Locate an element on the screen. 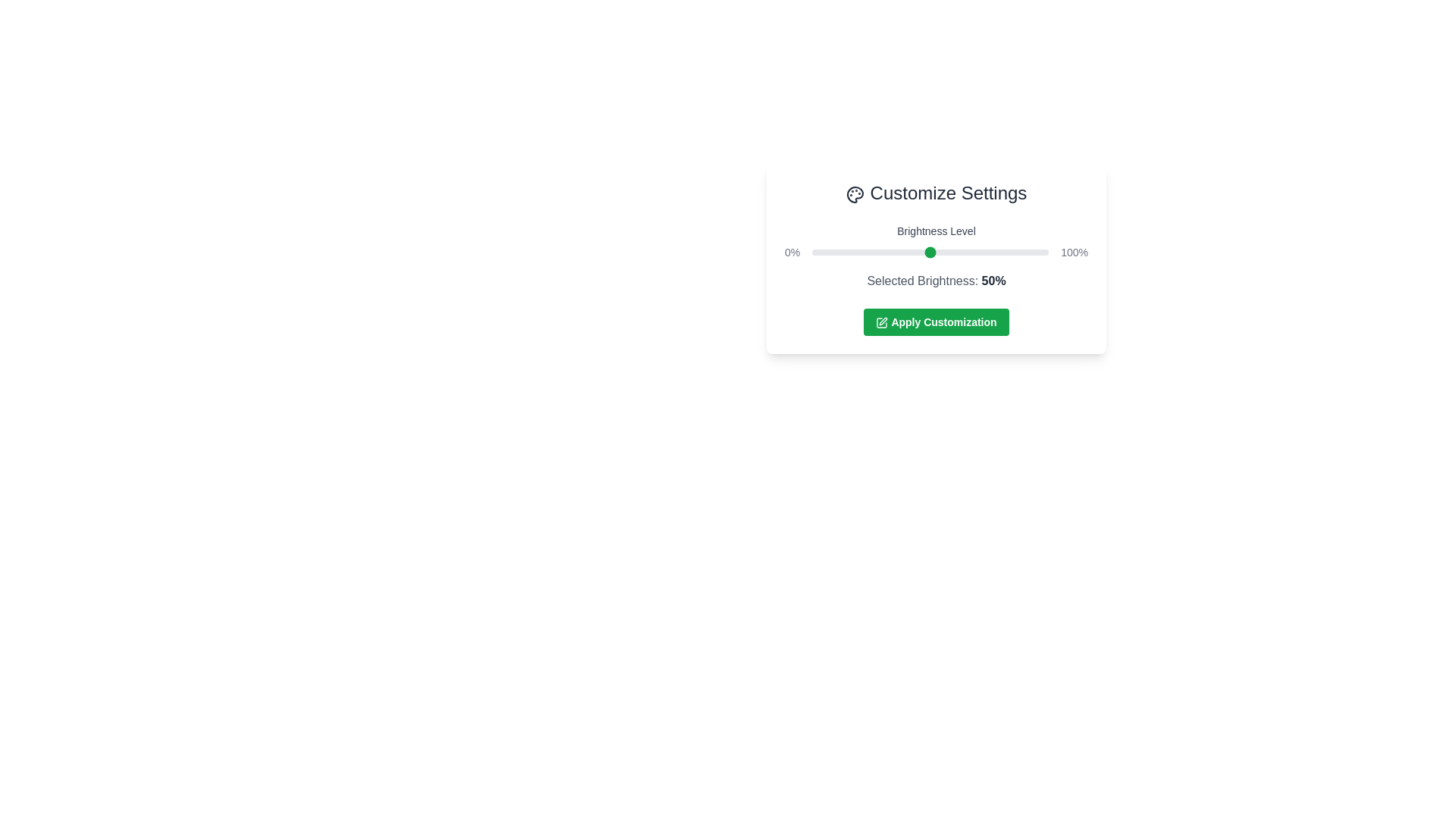 This screenshot has height=819, width=1456. brightness level is located at coordinates (915, 251).